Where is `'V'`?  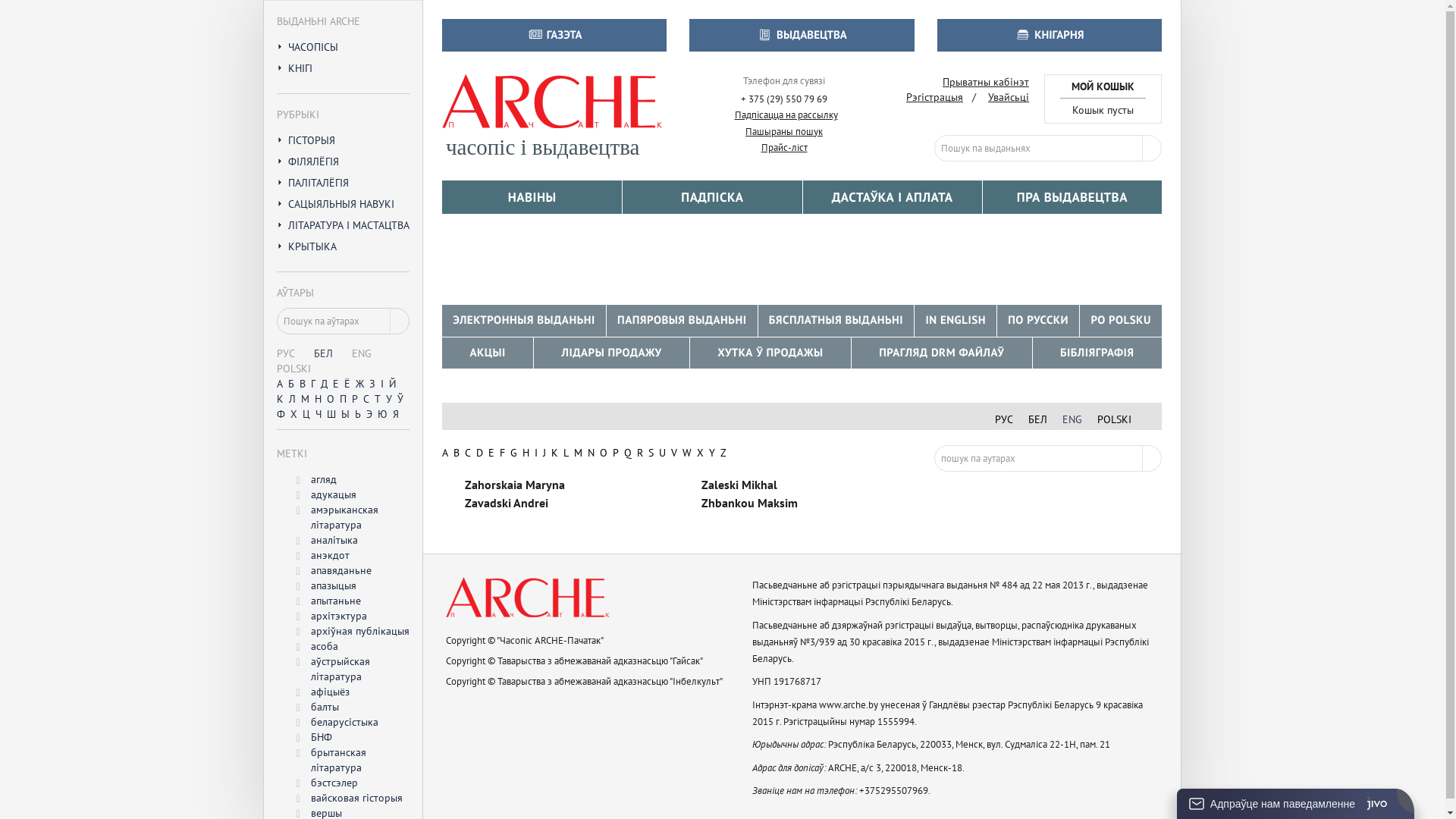 'V' is located at coordinates (670, 452).